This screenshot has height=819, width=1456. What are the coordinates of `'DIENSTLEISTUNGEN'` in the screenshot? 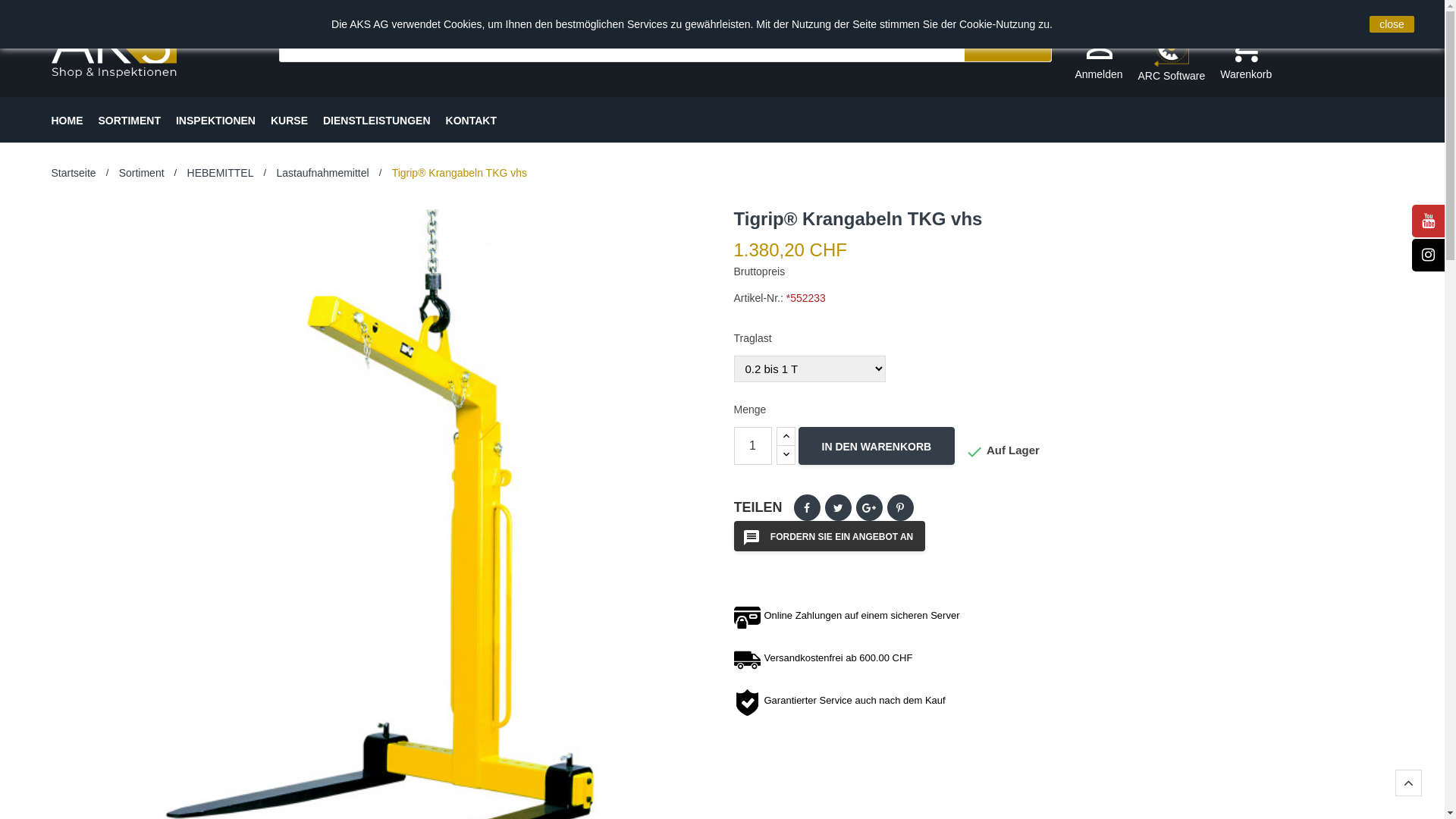 It's located at (322, 119).